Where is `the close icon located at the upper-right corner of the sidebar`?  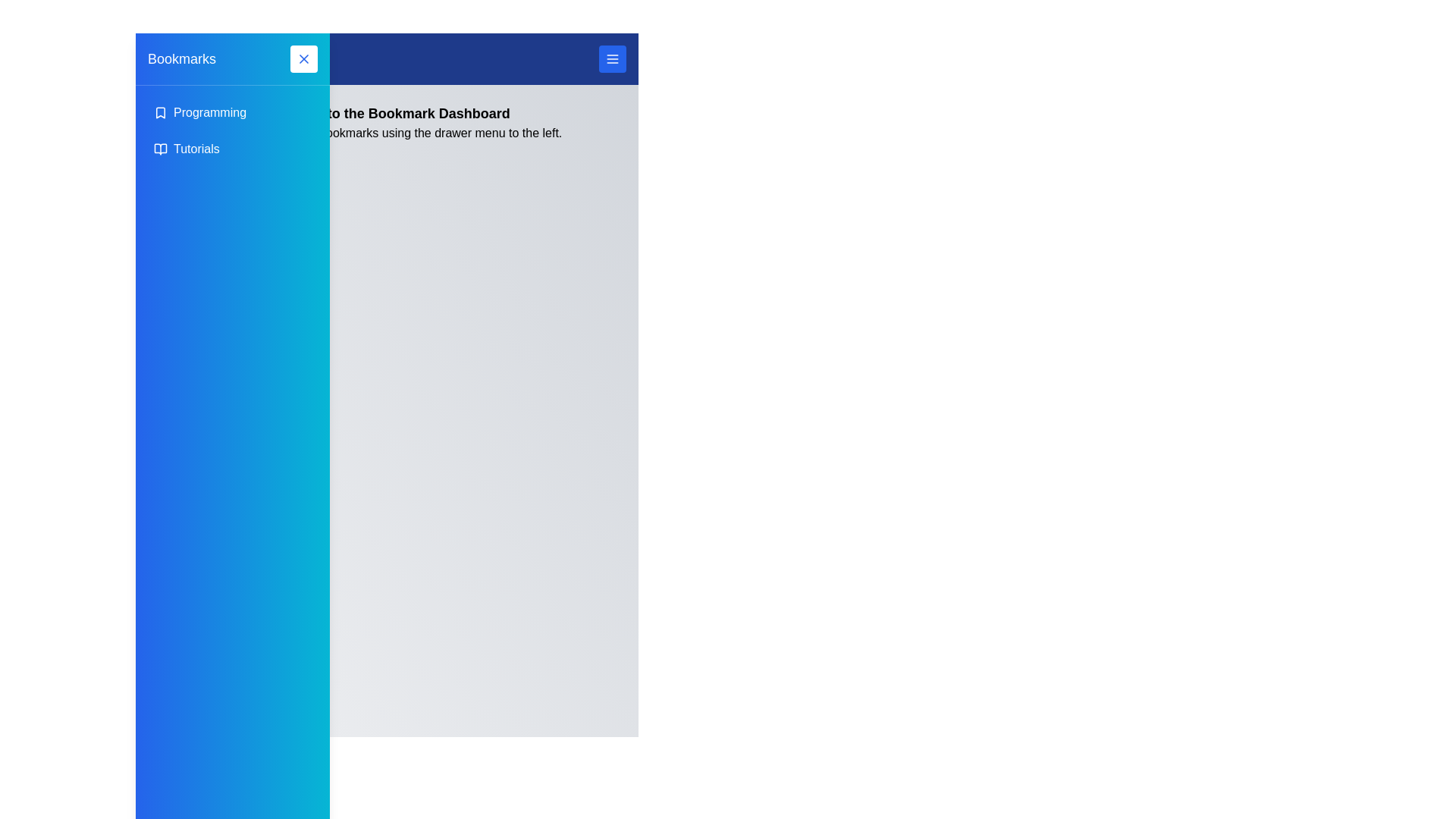 the close icon located at the upper-right corner of the sidebar is located at coordinates (303, 58).